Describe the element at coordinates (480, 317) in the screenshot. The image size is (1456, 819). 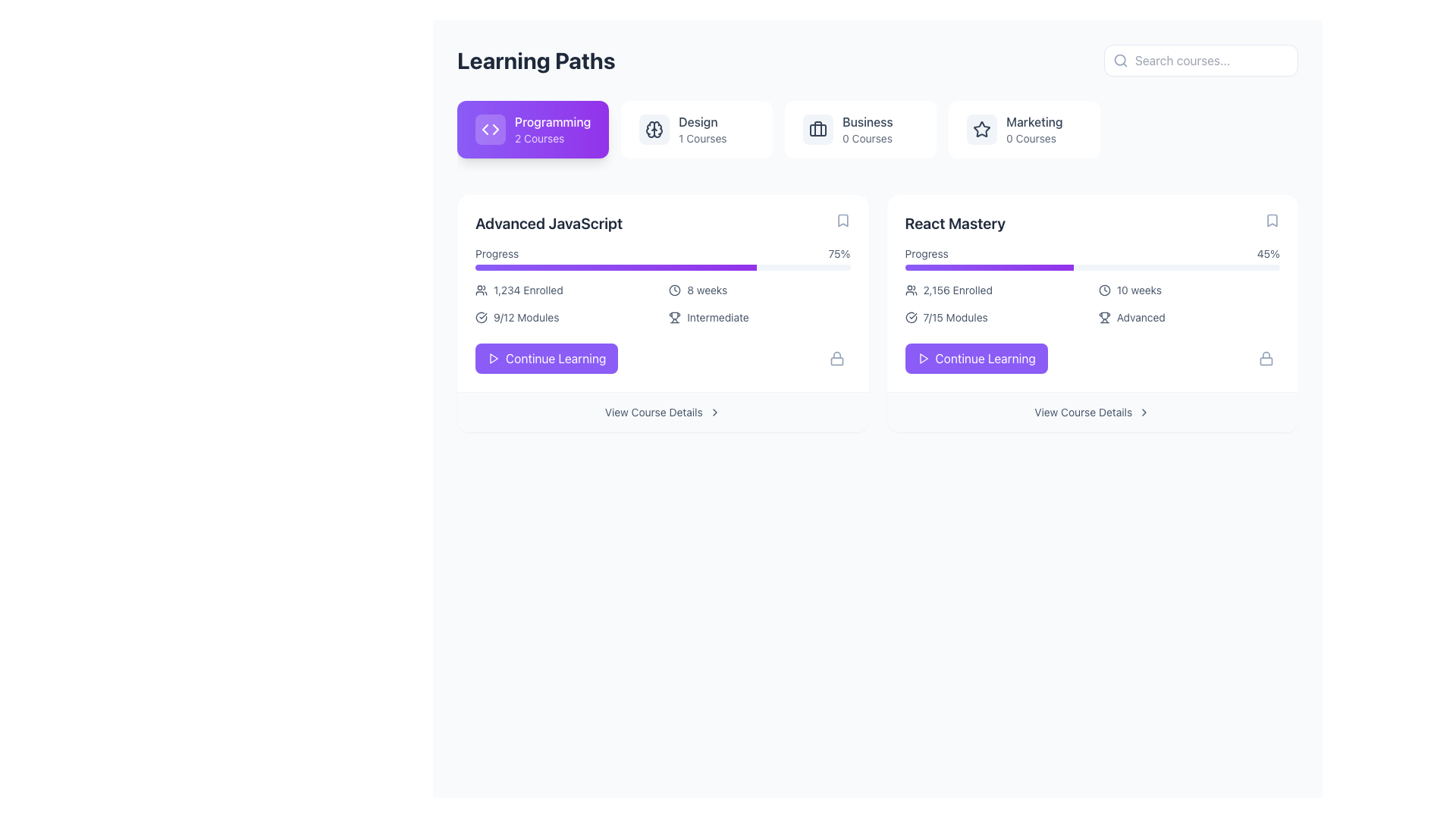
I see `the progress icon indicating completion of modules, located to the left of the text '9/12 Modules' in the Learning Paths interface for the course 'Advanced JavaScript'` at that location.